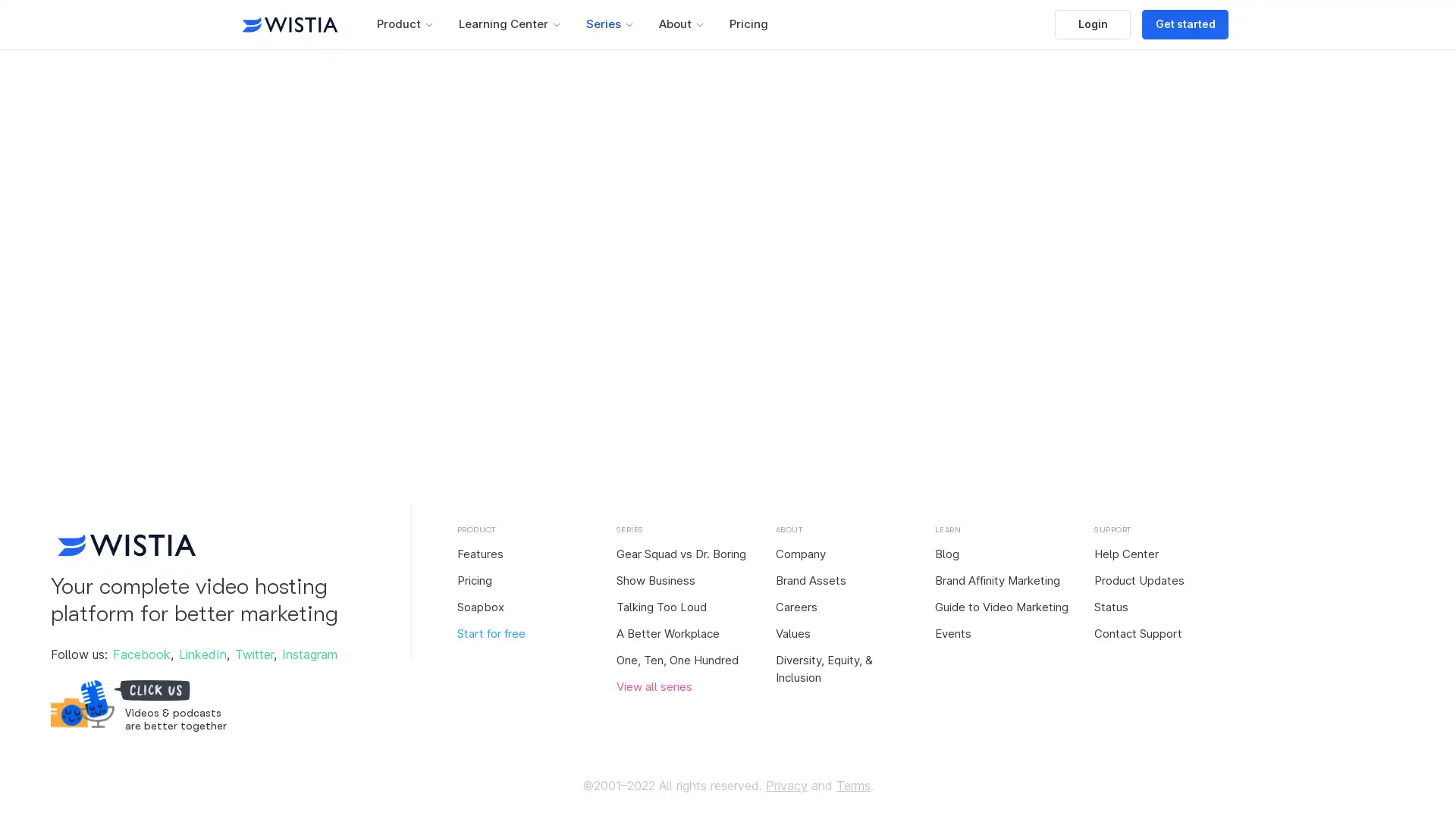 The height and width of the screenshot is (819, 1456). What do you see at coordinates (679, 24) in the screenshot?
I see `About` at bounding box center [679, 24].